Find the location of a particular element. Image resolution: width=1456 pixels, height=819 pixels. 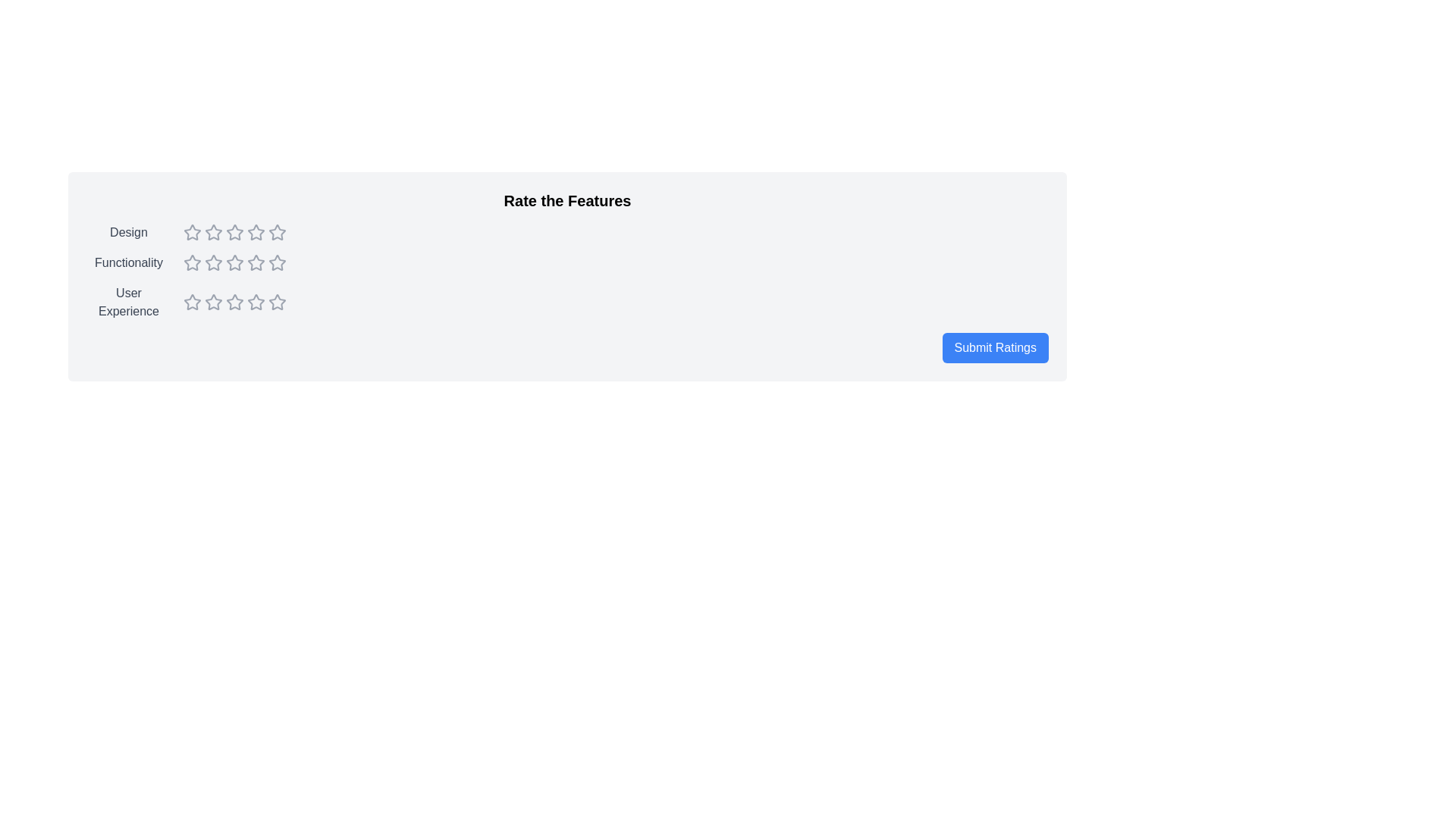

the fifth star icon in the rating section for 'Design' is located at coordinates (277, 233).